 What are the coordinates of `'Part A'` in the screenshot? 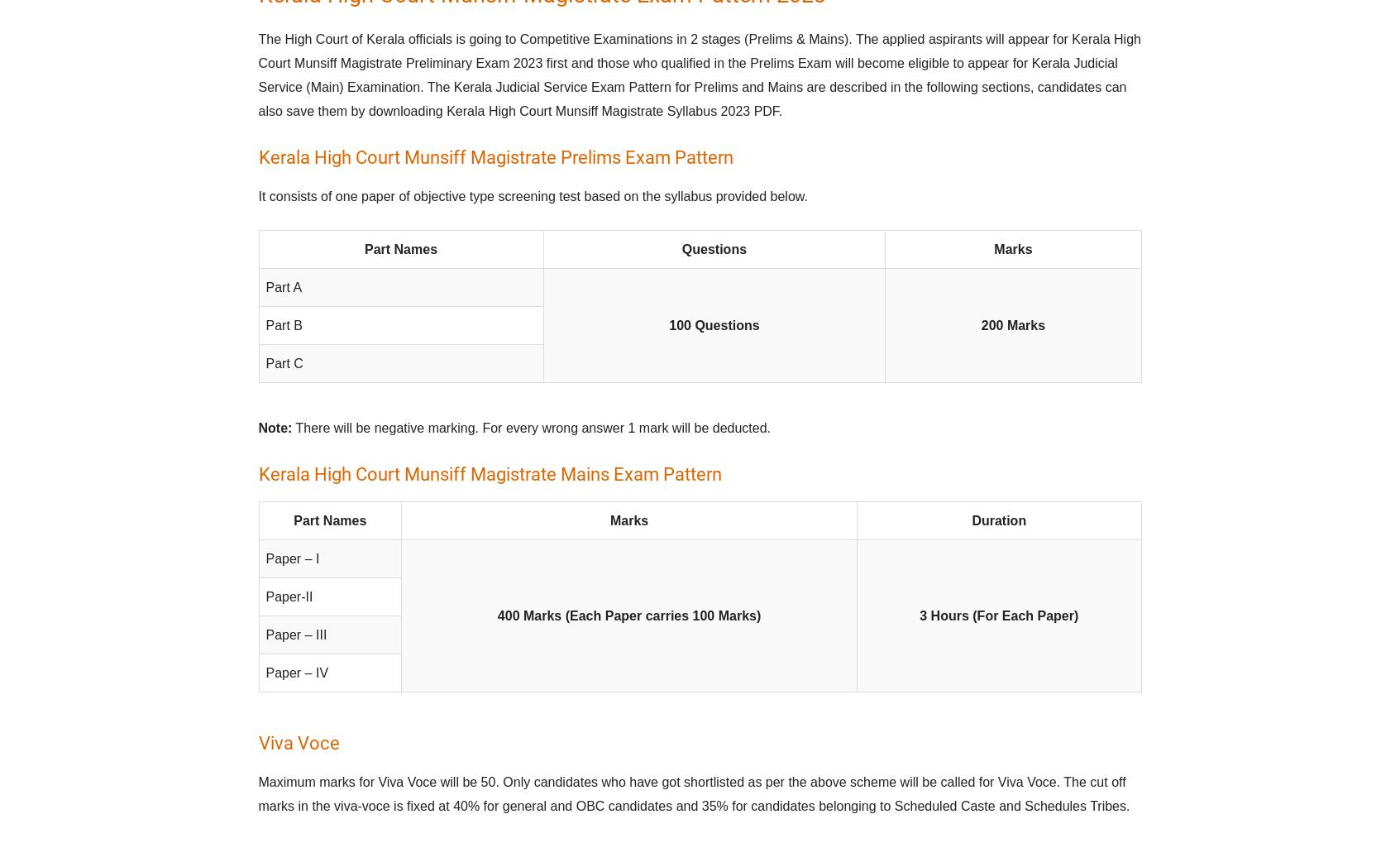 It's located at (264, 287).